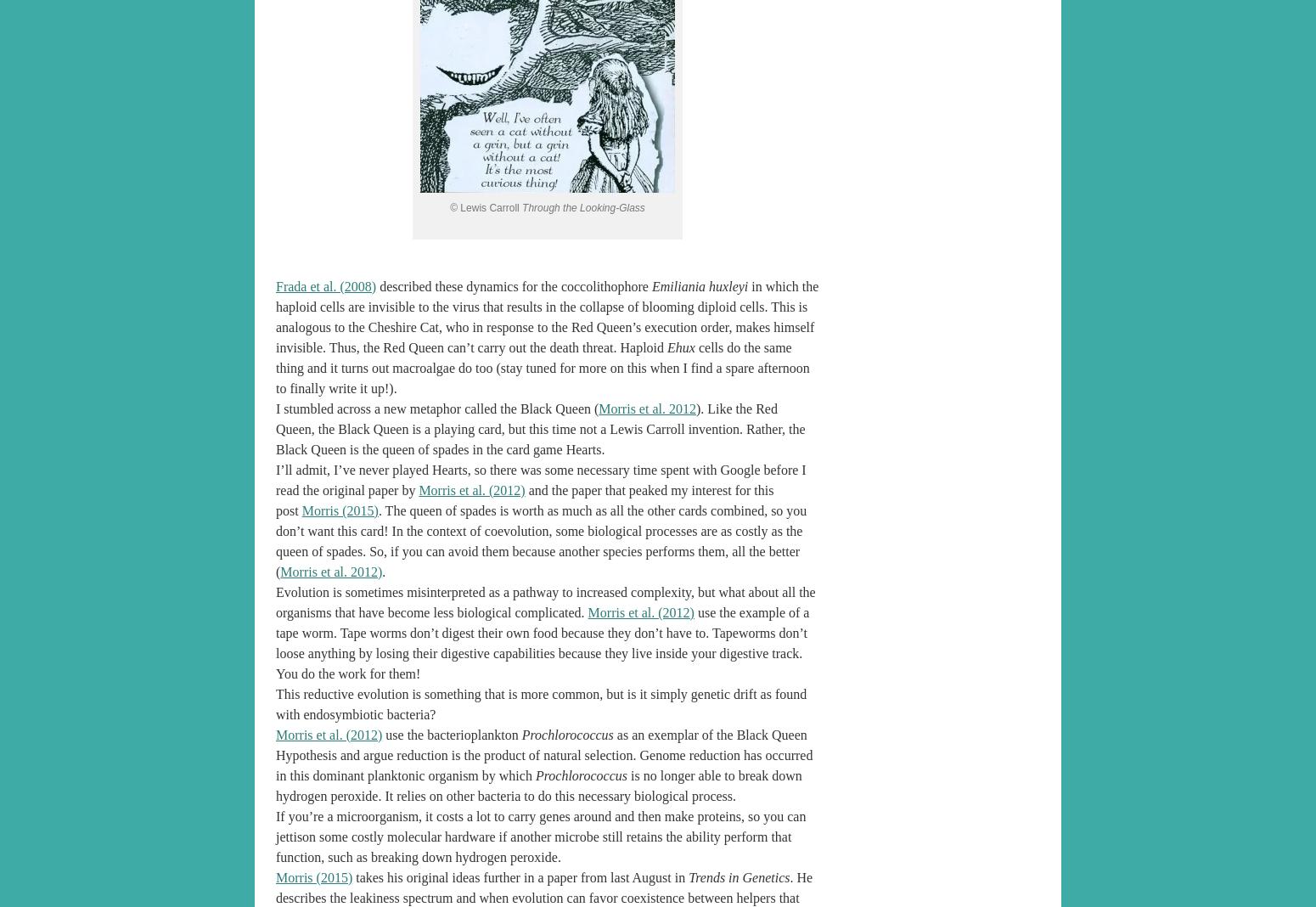 The height and width of the screenshot is (907, 1316). Describe the element at coordinates (544, 601) in the screenshot. I see `'Evolution is sometimes misinterpreted as a pathway to increased complexity, but what about all the organisms that have become less biological complicated.'` at that location.